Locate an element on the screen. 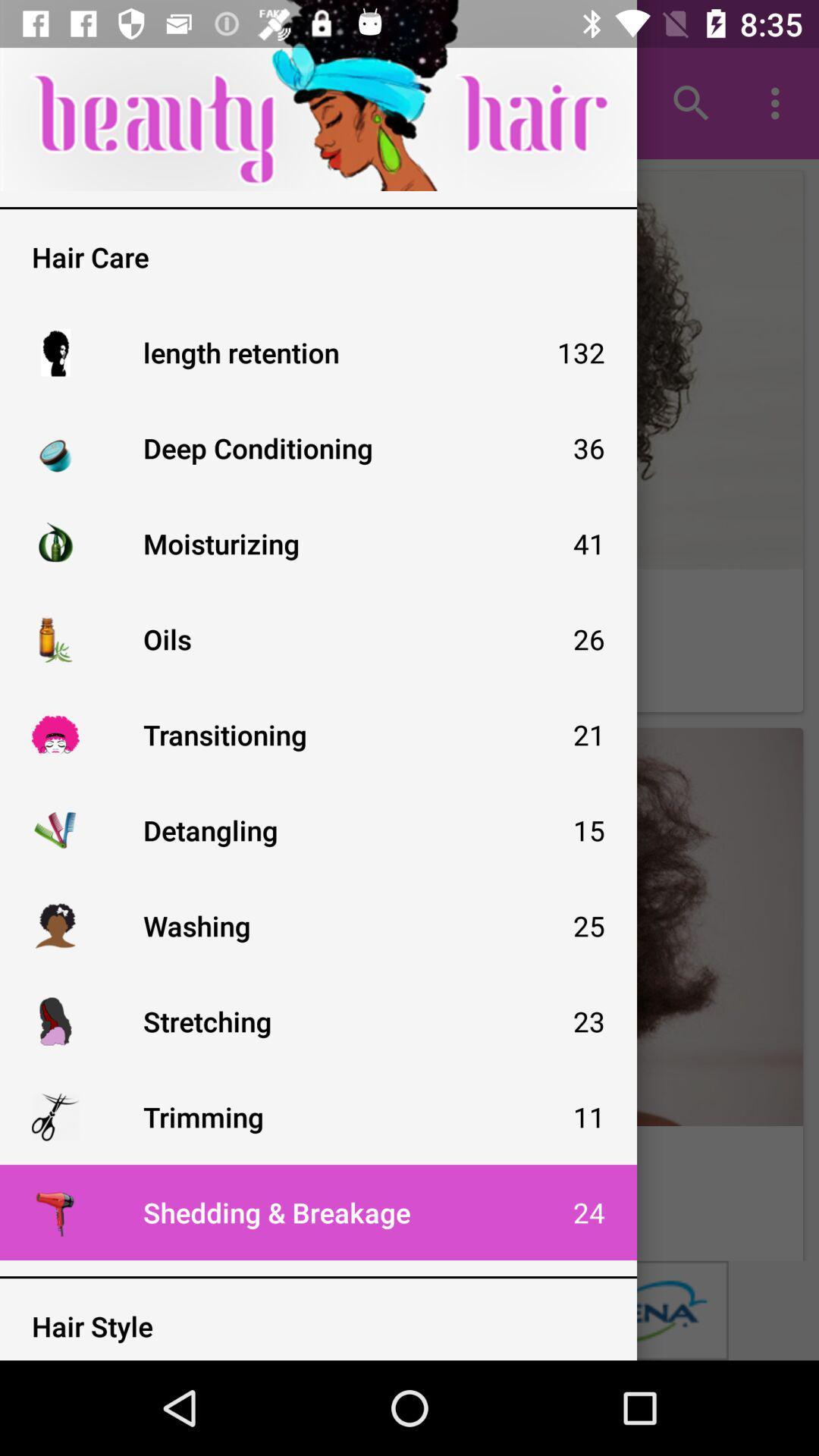  the scissor is located at coordinates (55, 1117).